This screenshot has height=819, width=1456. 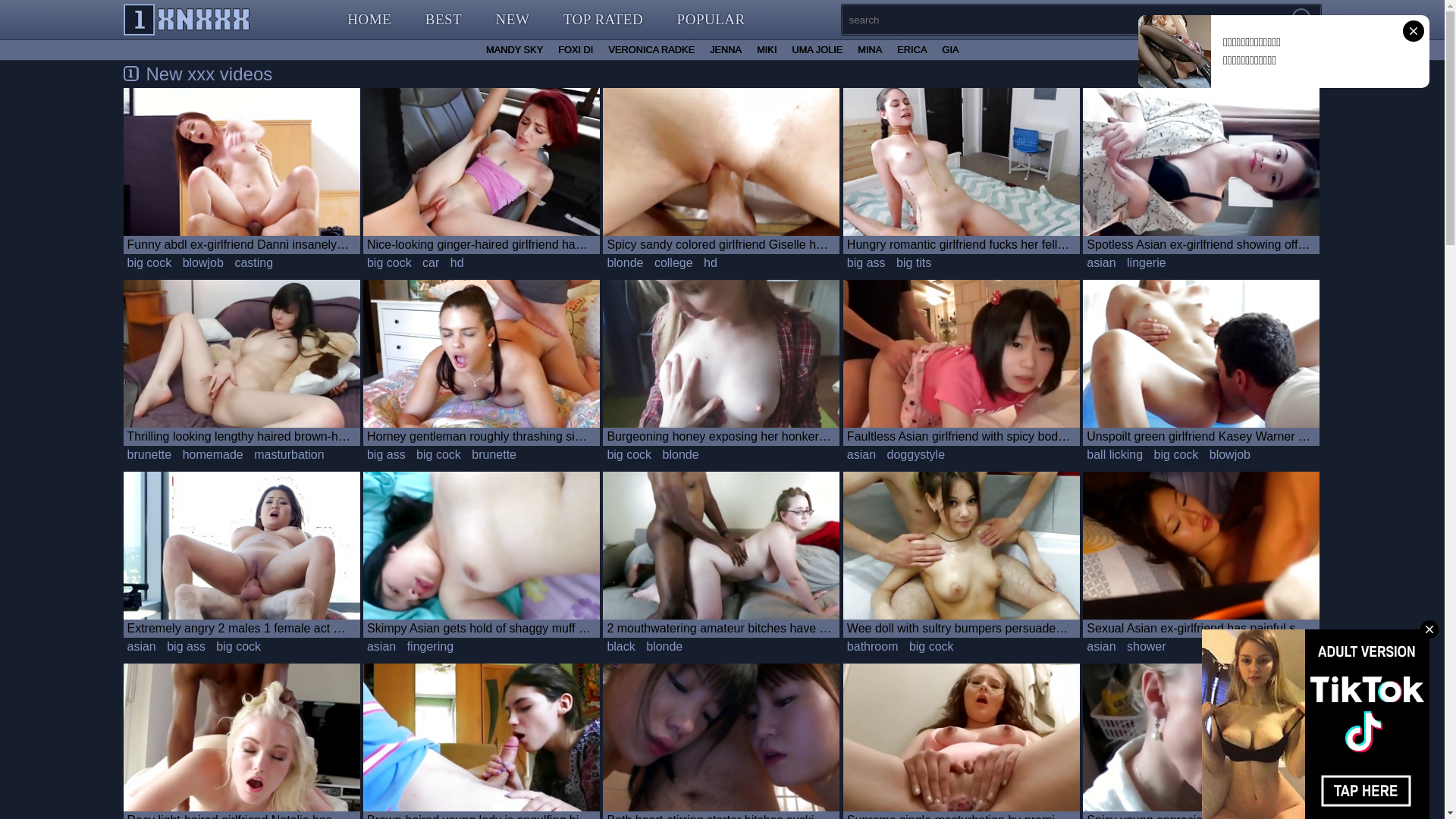 I want to click on 'TOP RATED', so click(x=602, y=20).